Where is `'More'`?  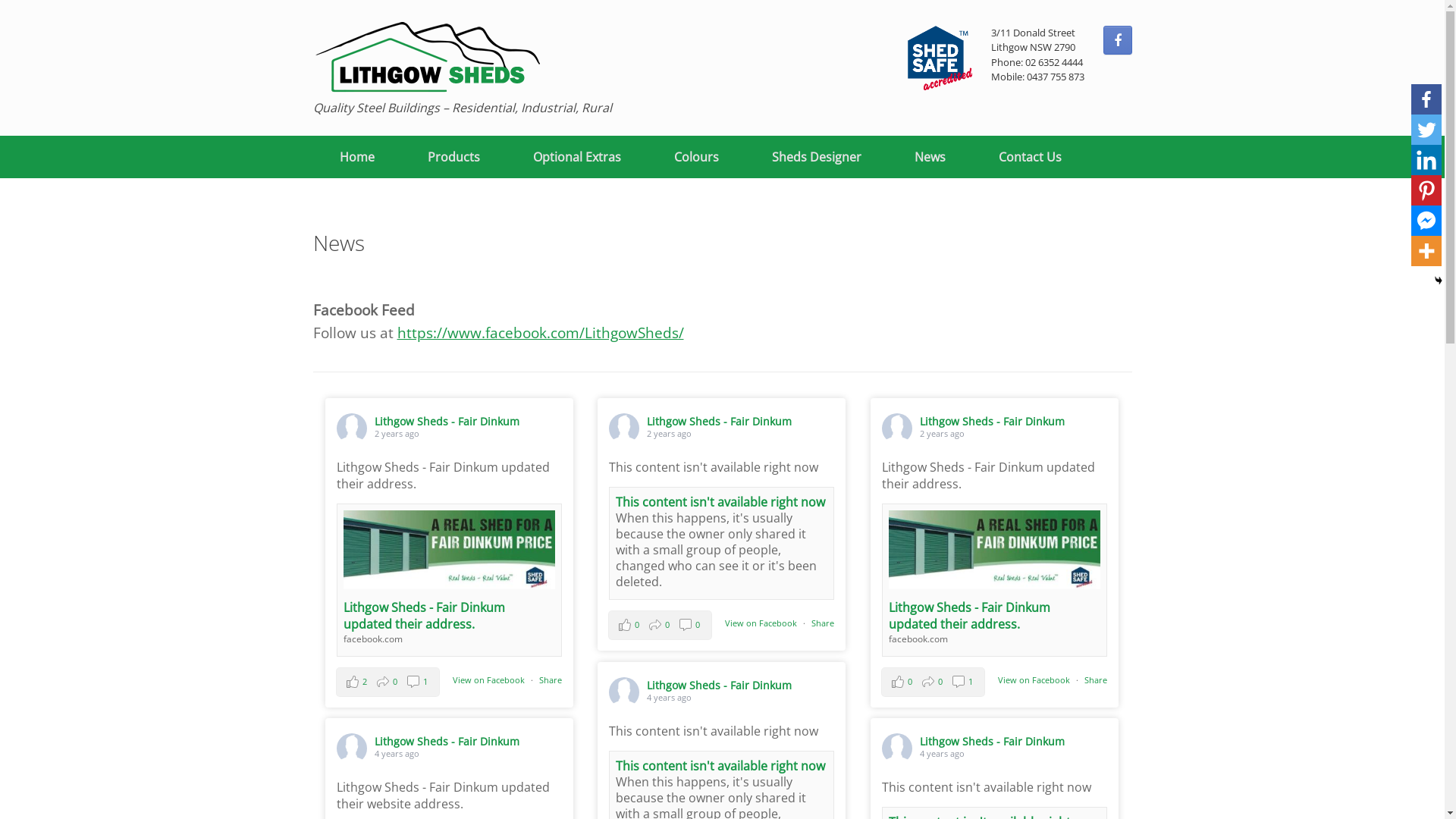 'More' is located at coordinates (1426, 250).